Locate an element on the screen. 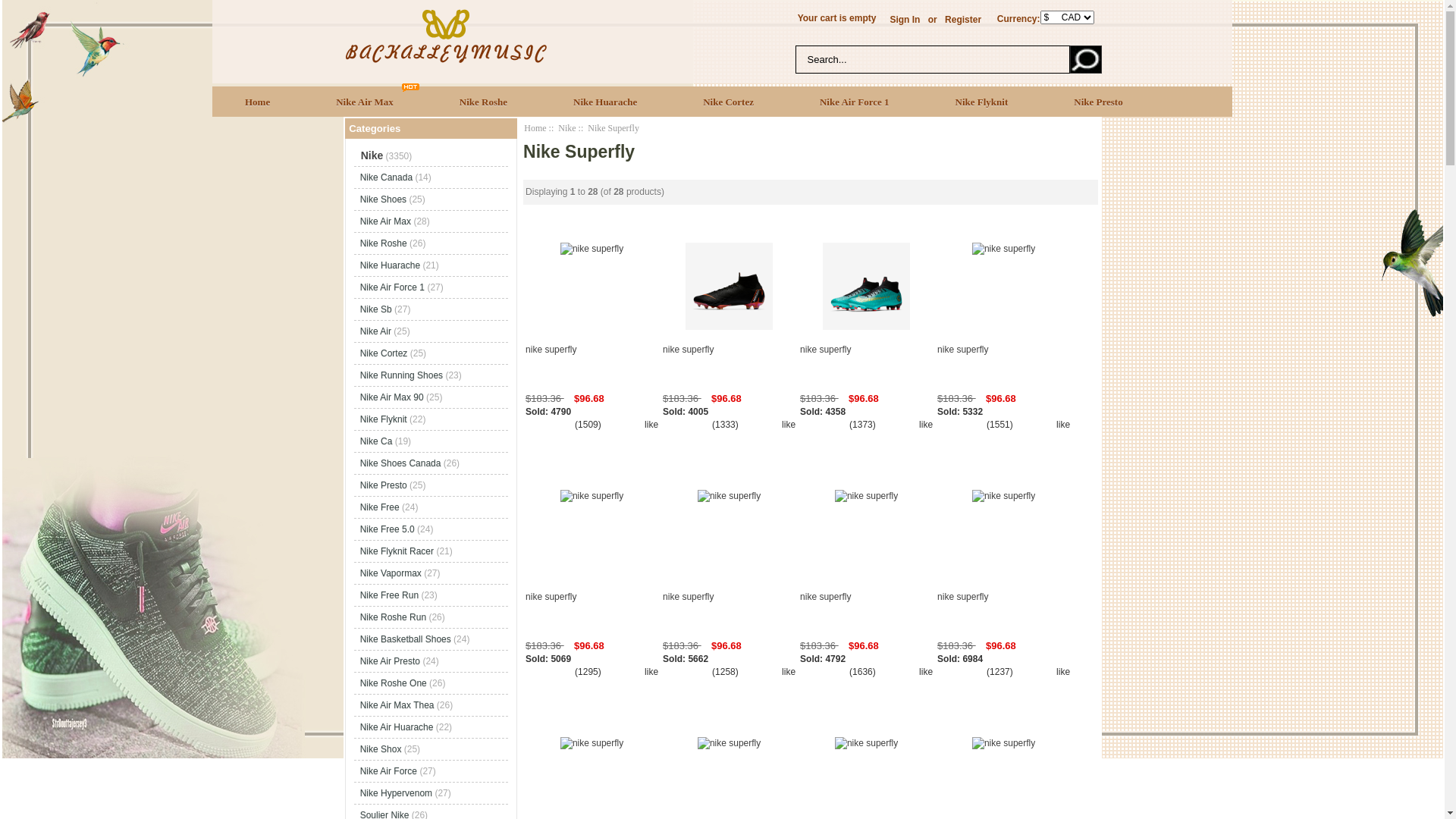  'Nike Air Presto' is located at coordinates (359, 660).